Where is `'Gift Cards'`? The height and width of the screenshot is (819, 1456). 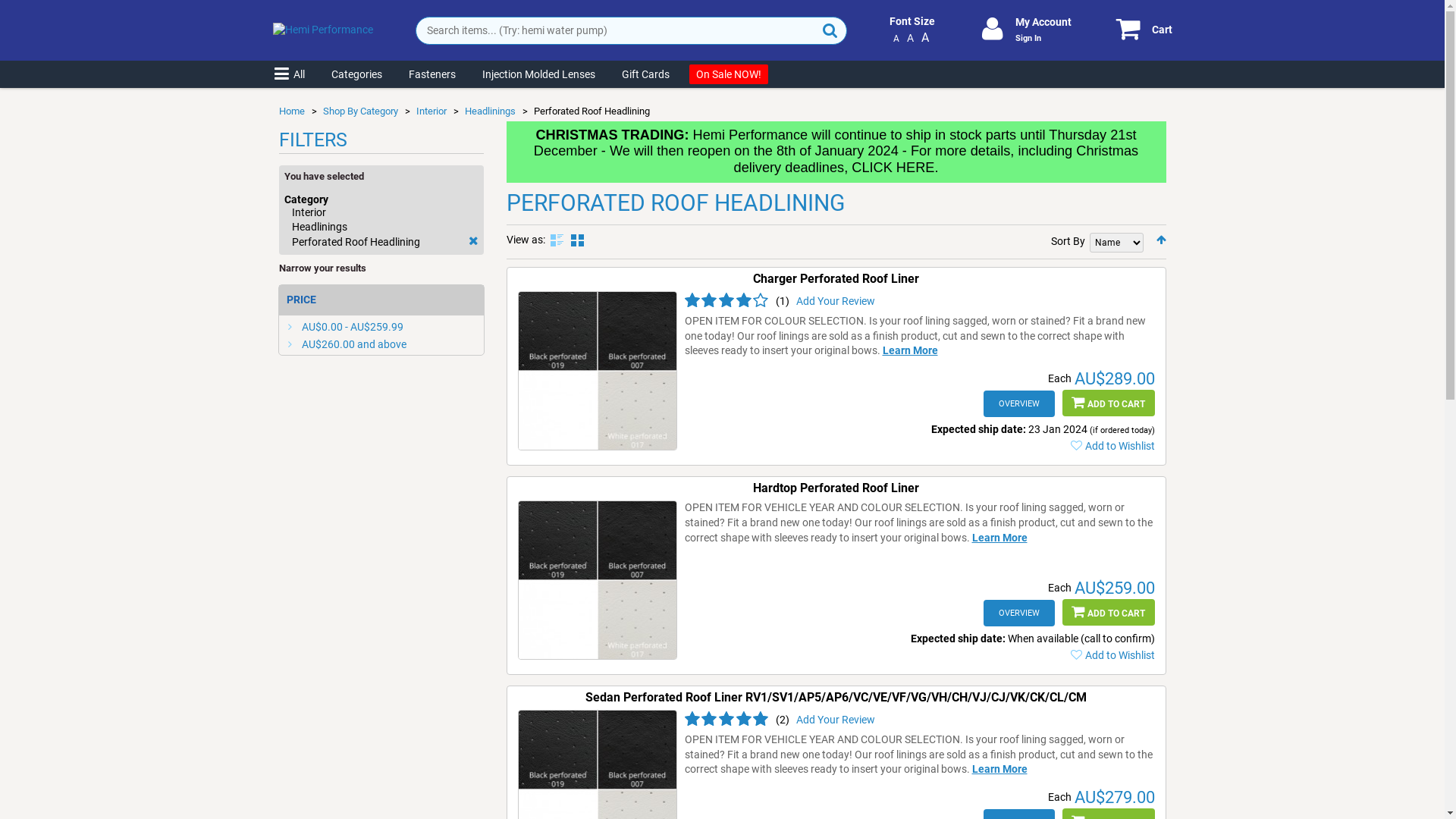 'Gift Cards' is located at coordinates (645, 74).